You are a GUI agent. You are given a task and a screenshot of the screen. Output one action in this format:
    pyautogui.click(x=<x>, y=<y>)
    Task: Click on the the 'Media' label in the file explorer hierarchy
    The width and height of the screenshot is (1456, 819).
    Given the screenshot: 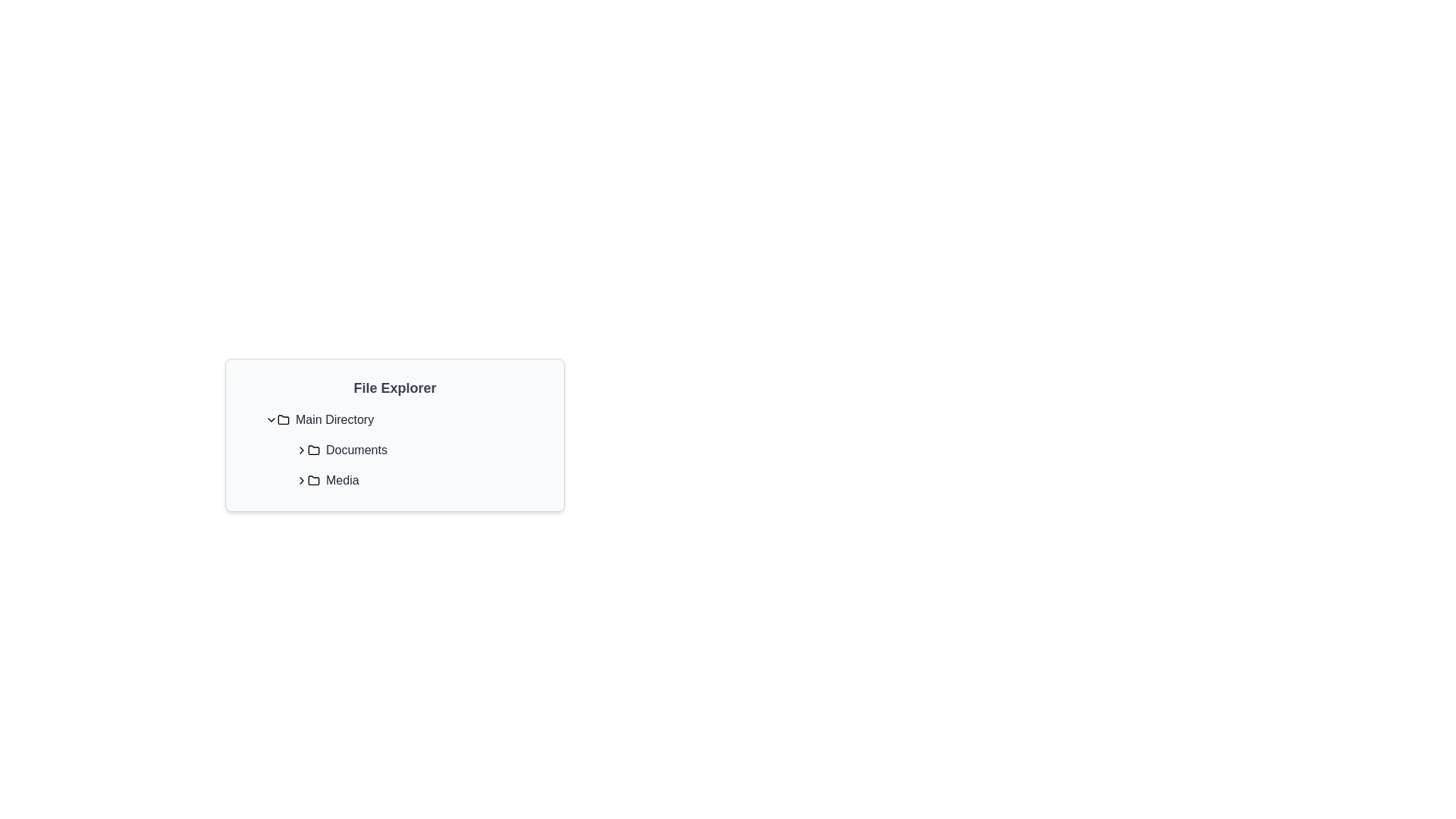 What is the action you would take?
    pyautogui.click(x=341, y=480)
    